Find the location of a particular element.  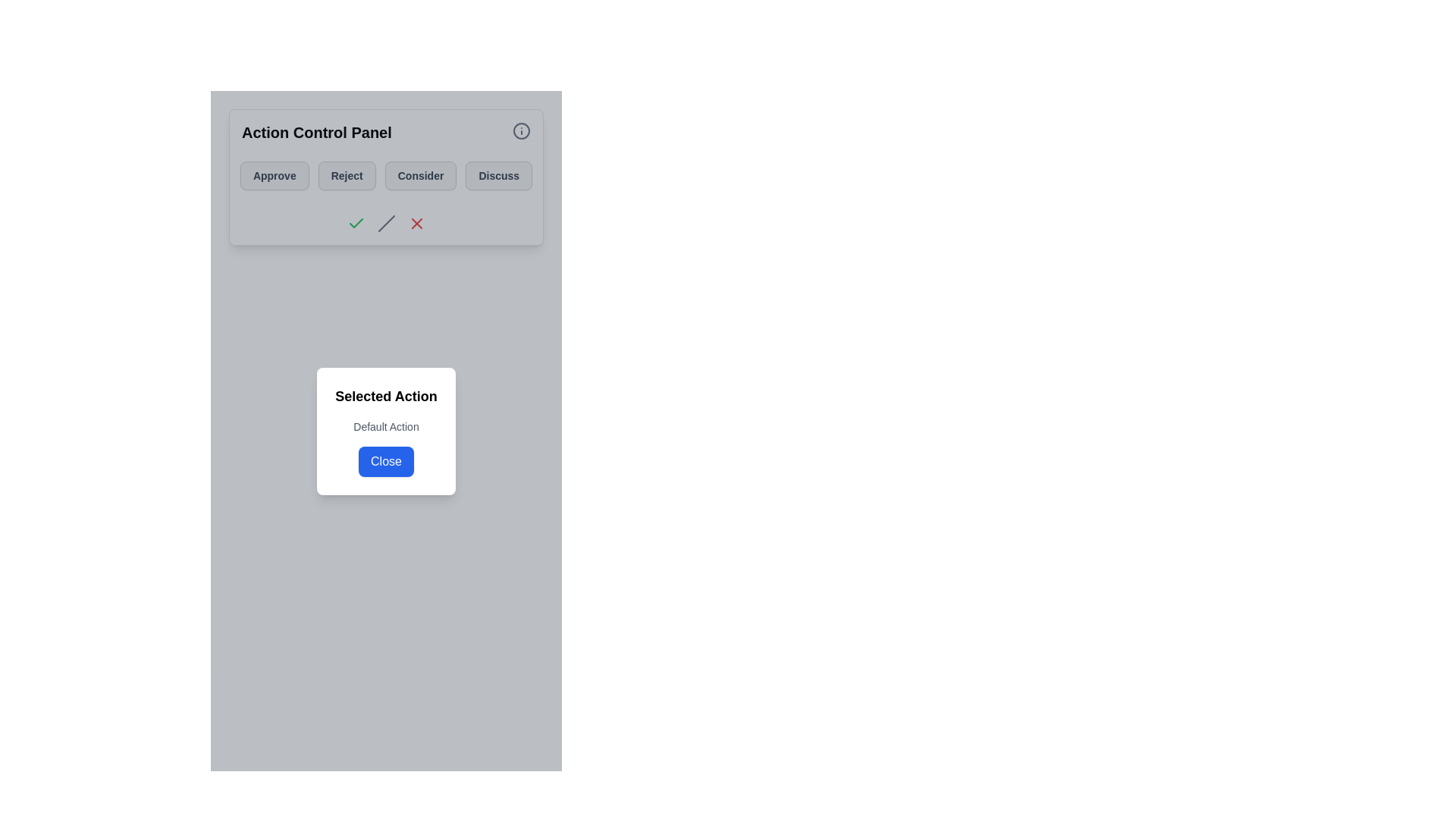

the 'Approve' button, which is the first button in a horizontal group below the 'Action Control Panel' heading is located at coordinates (275, 174).